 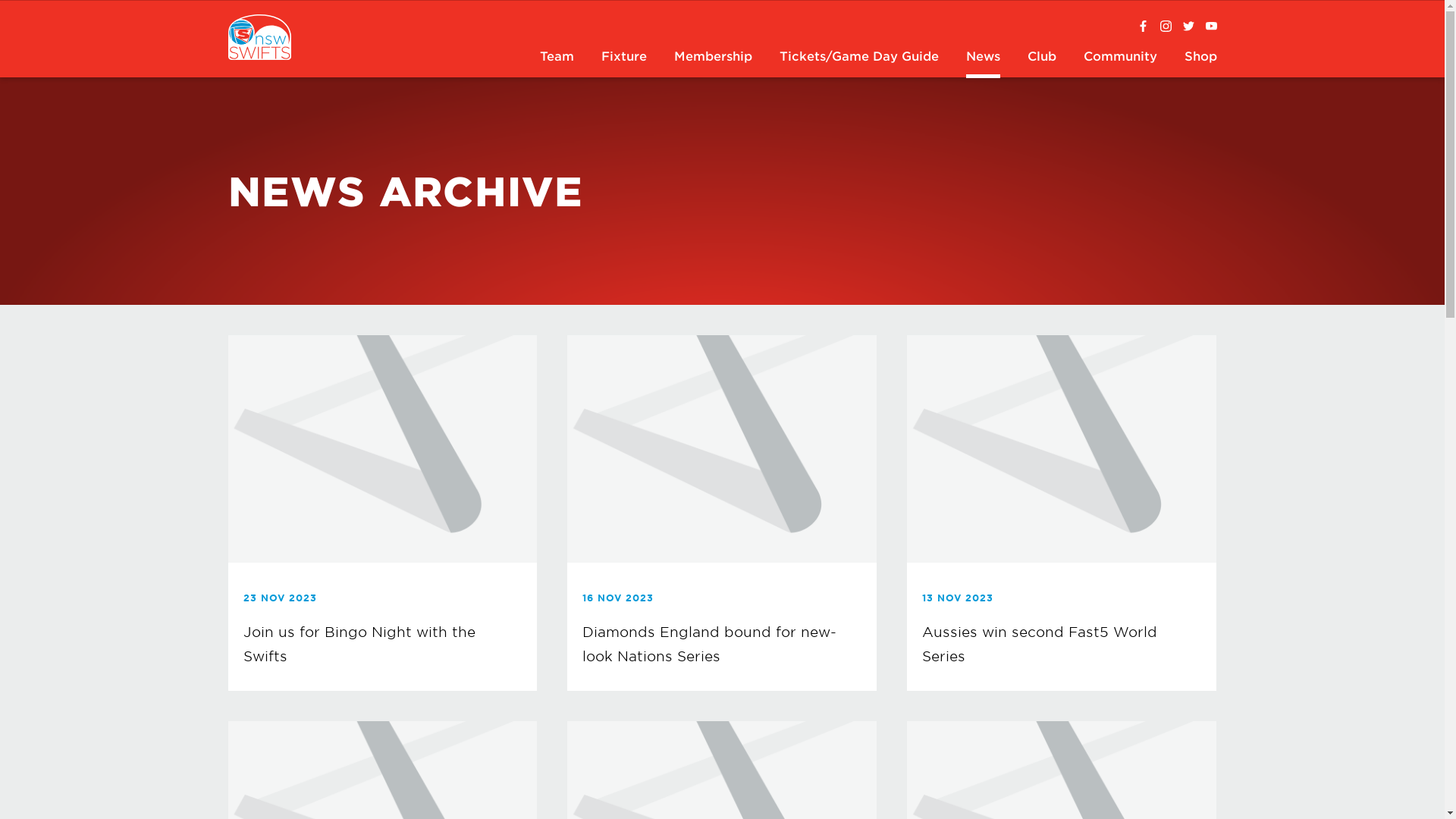 I want to click on 'Membership', so click(x=712, y=57).